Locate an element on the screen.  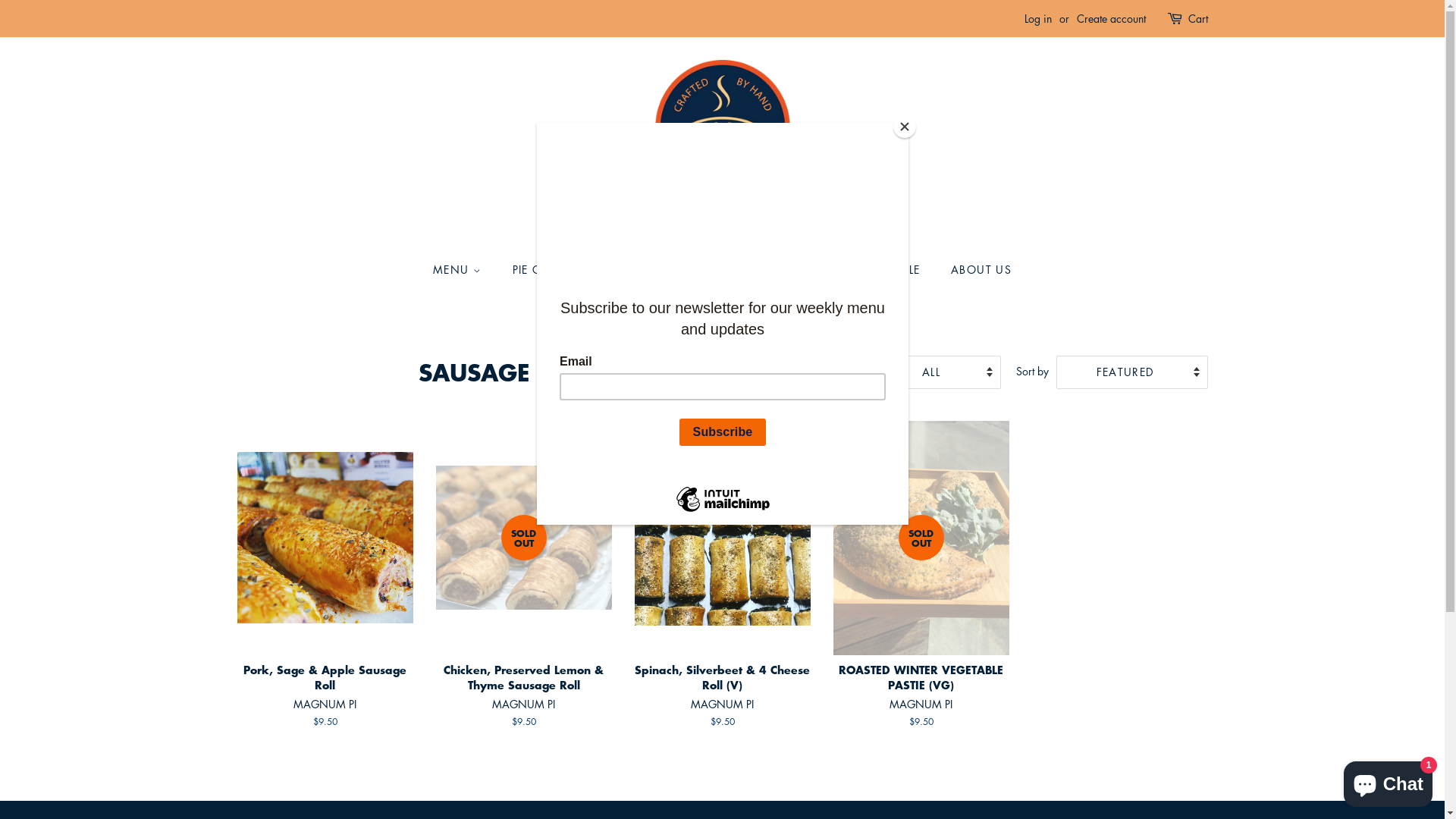
'WHOLESALE' is located at coordinates (839, 268).